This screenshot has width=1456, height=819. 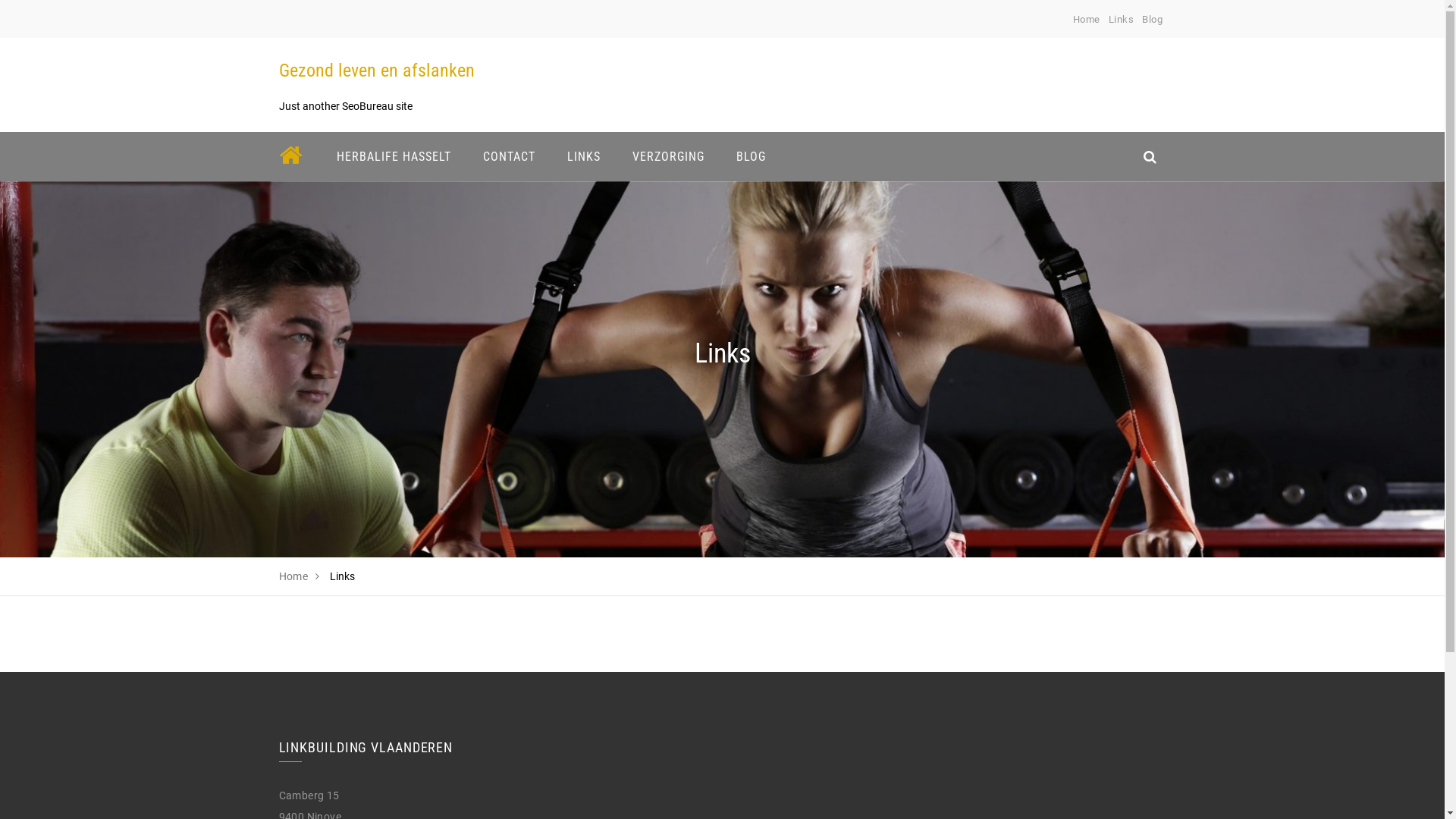 I want to click on 'Links', so click(x=1121, y=19).